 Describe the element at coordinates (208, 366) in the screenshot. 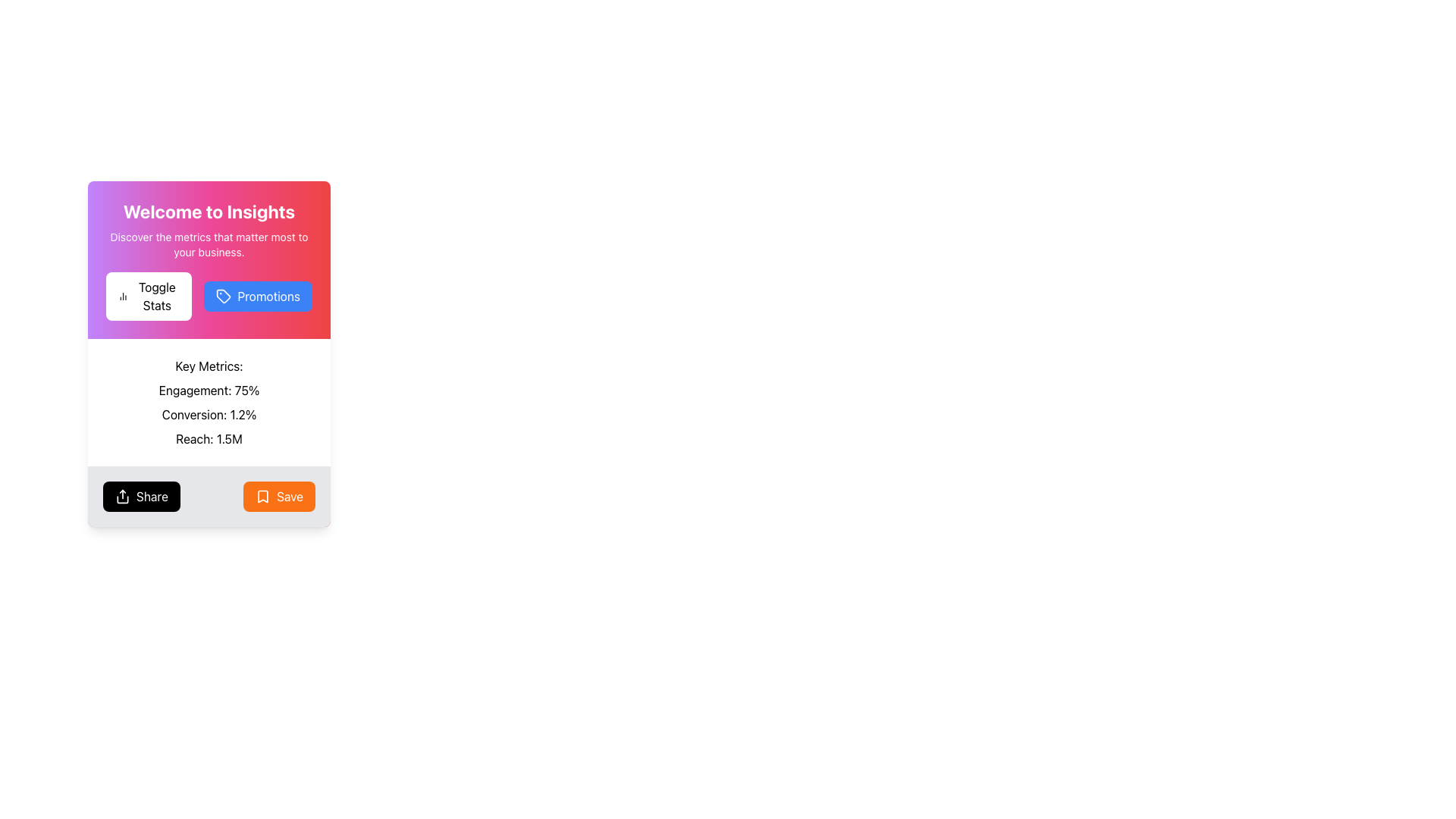

I see `the Text Label displaying 'Key Metrics:' which serves as a header for the performance metrics section` at that location.